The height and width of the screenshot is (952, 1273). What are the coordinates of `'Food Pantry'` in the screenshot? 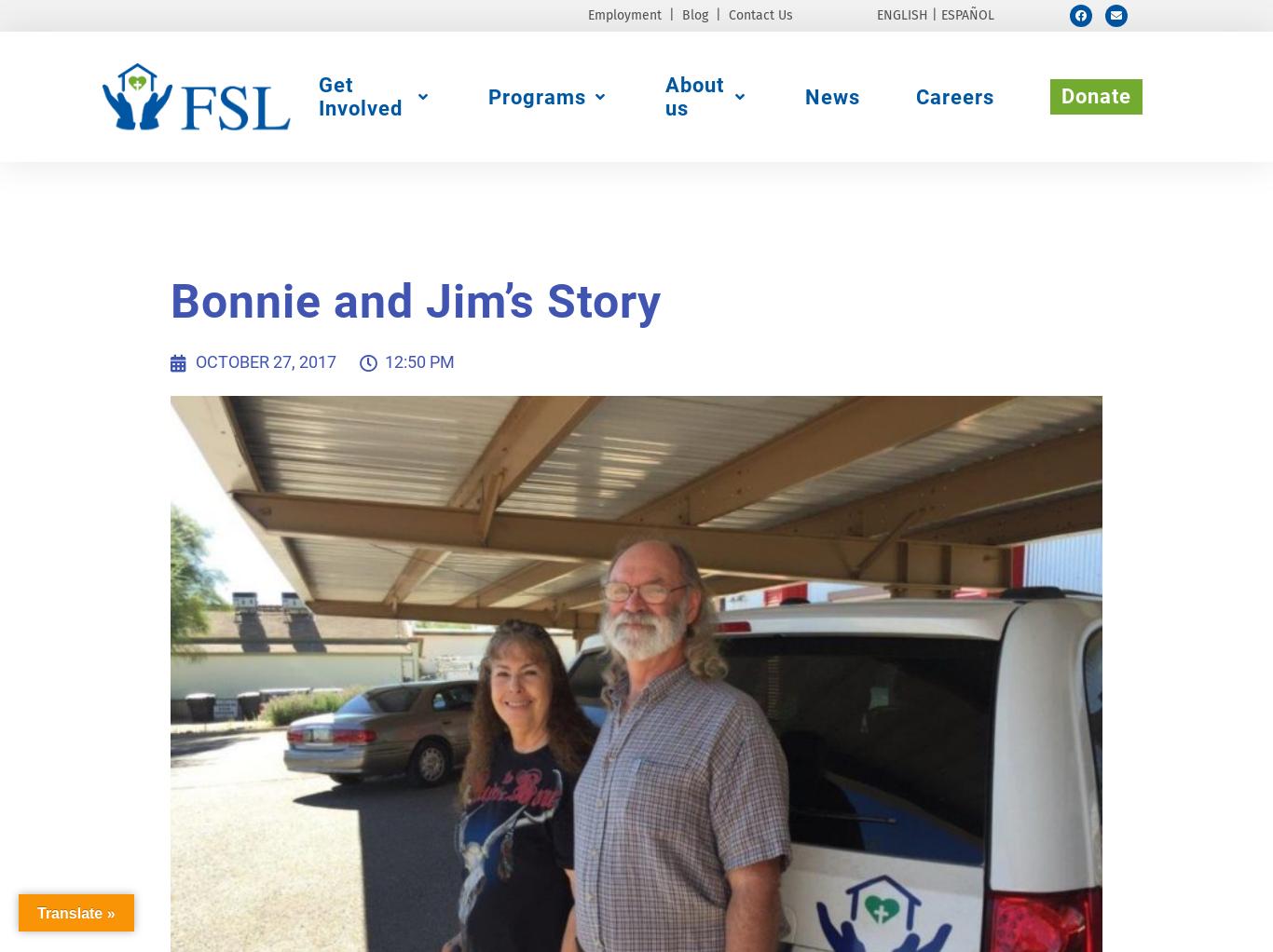 It's located at (397, 228).